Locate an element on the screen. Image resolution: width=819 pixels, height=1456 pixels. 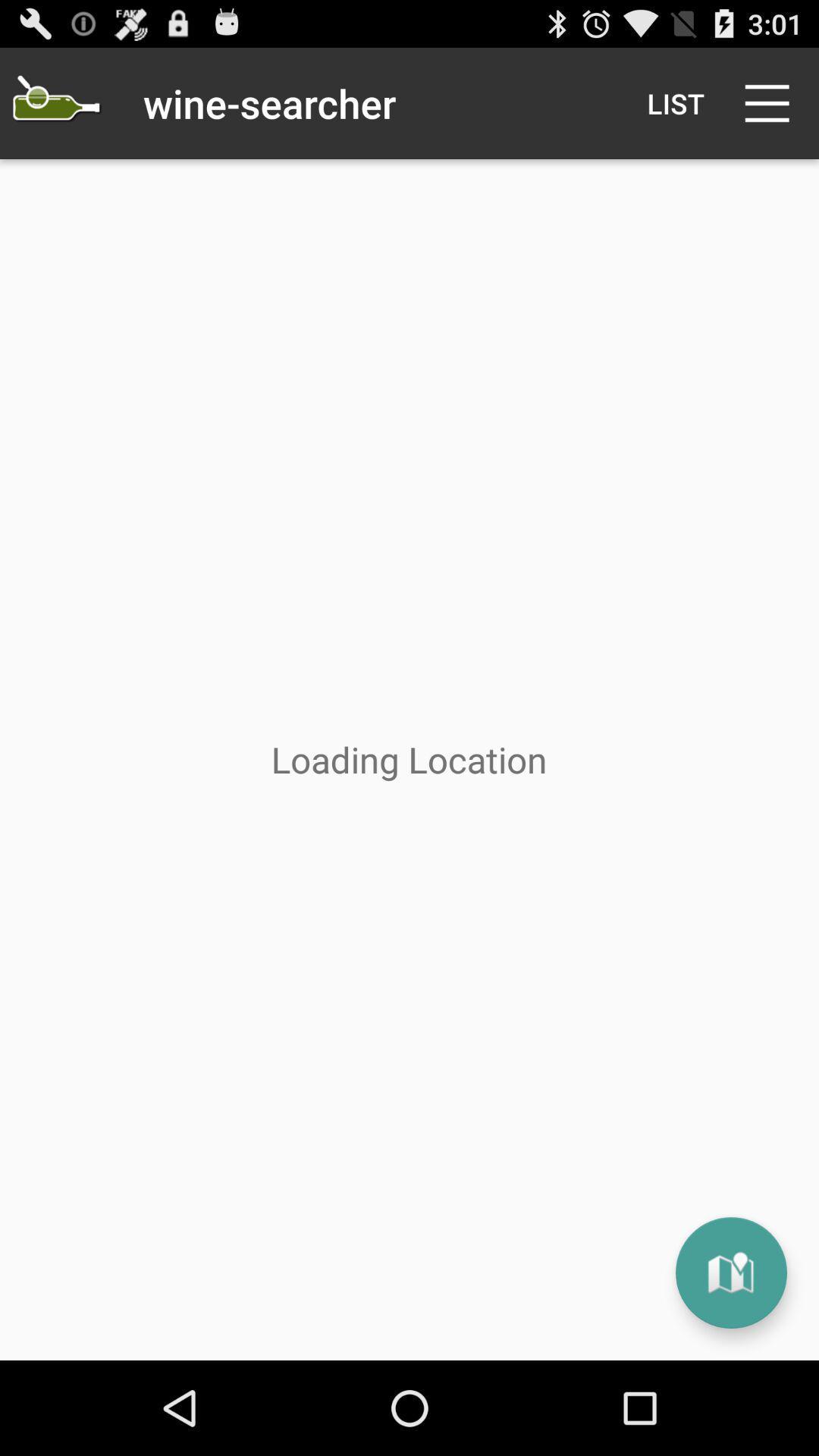
the icon next to the wine-searcher item is located at coordinates (55, 102).